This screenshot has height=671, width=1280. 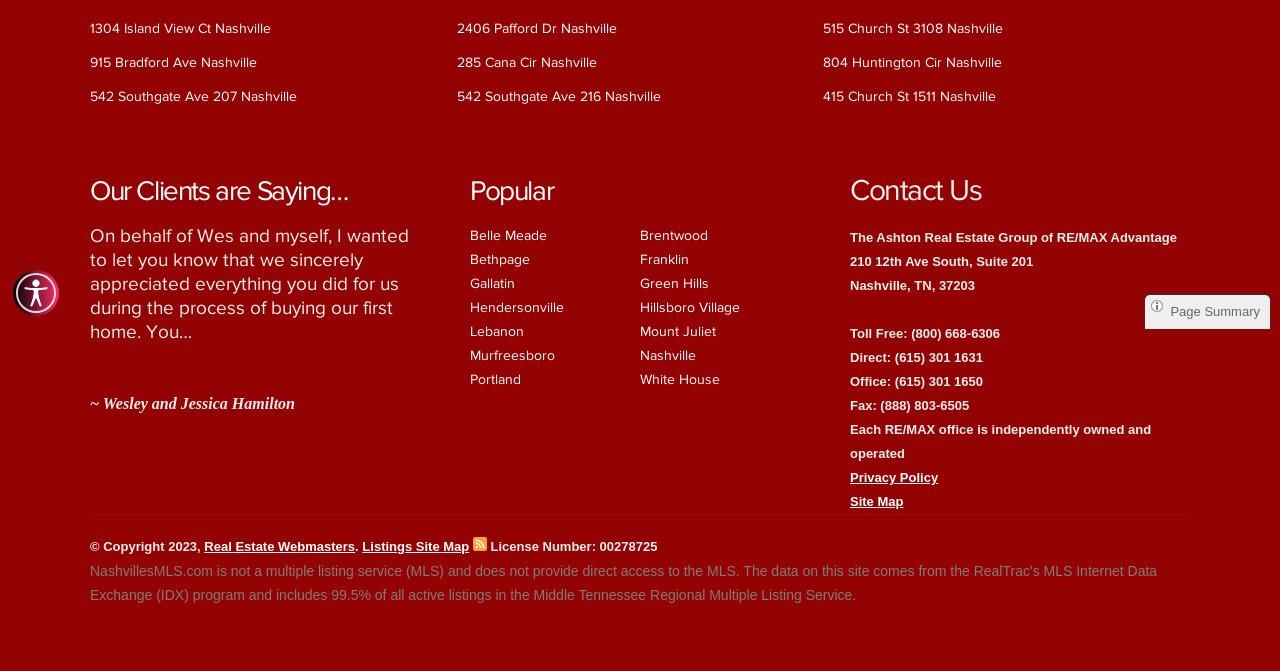 What do you see at coordinates (923, 403) in the screenshot?
I see `'(888) 803-6505'` at bounding box center [923, 403].